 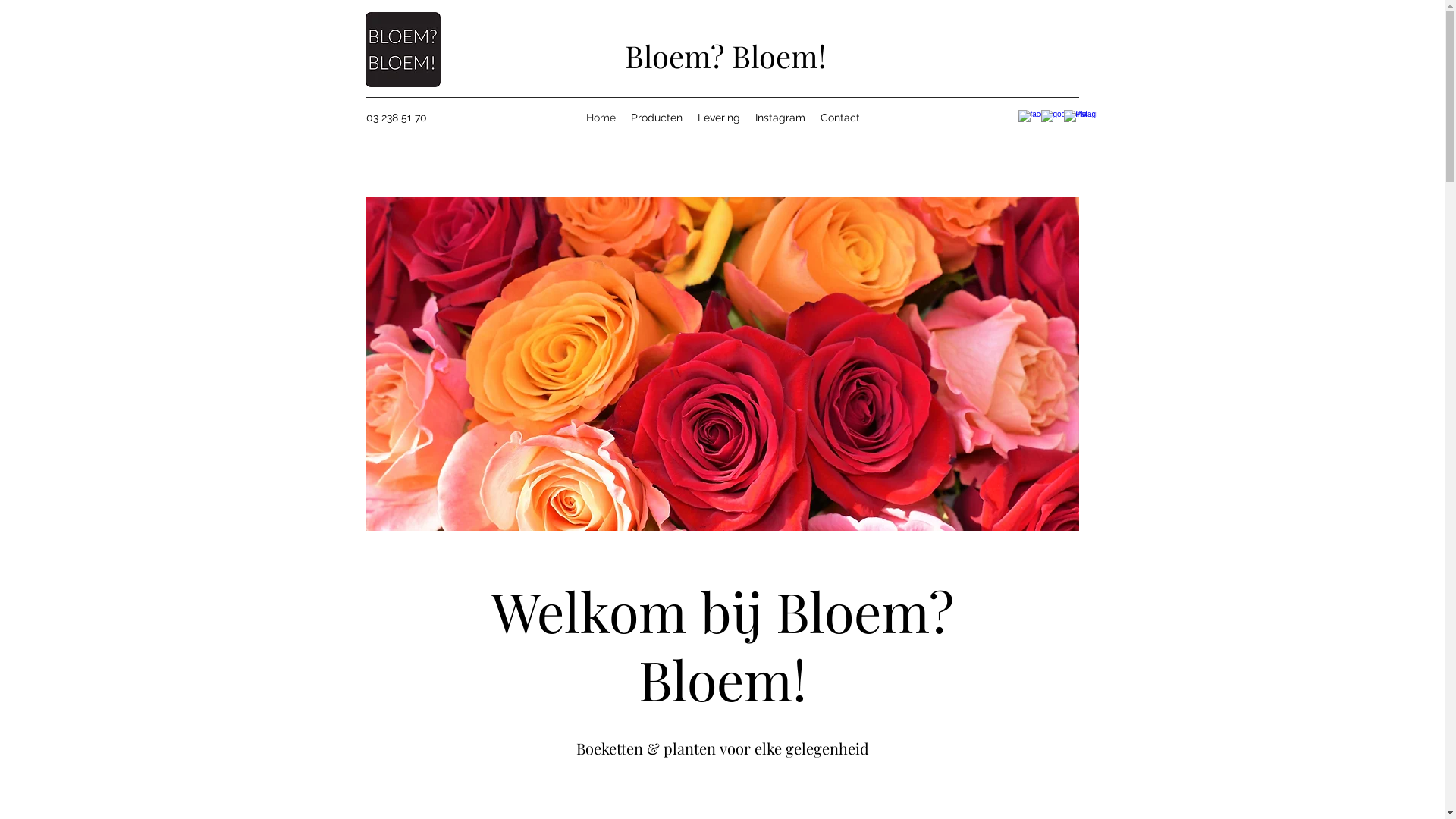 I want to click on 'Bloem? Bloem!', so click(x=724, y=55).